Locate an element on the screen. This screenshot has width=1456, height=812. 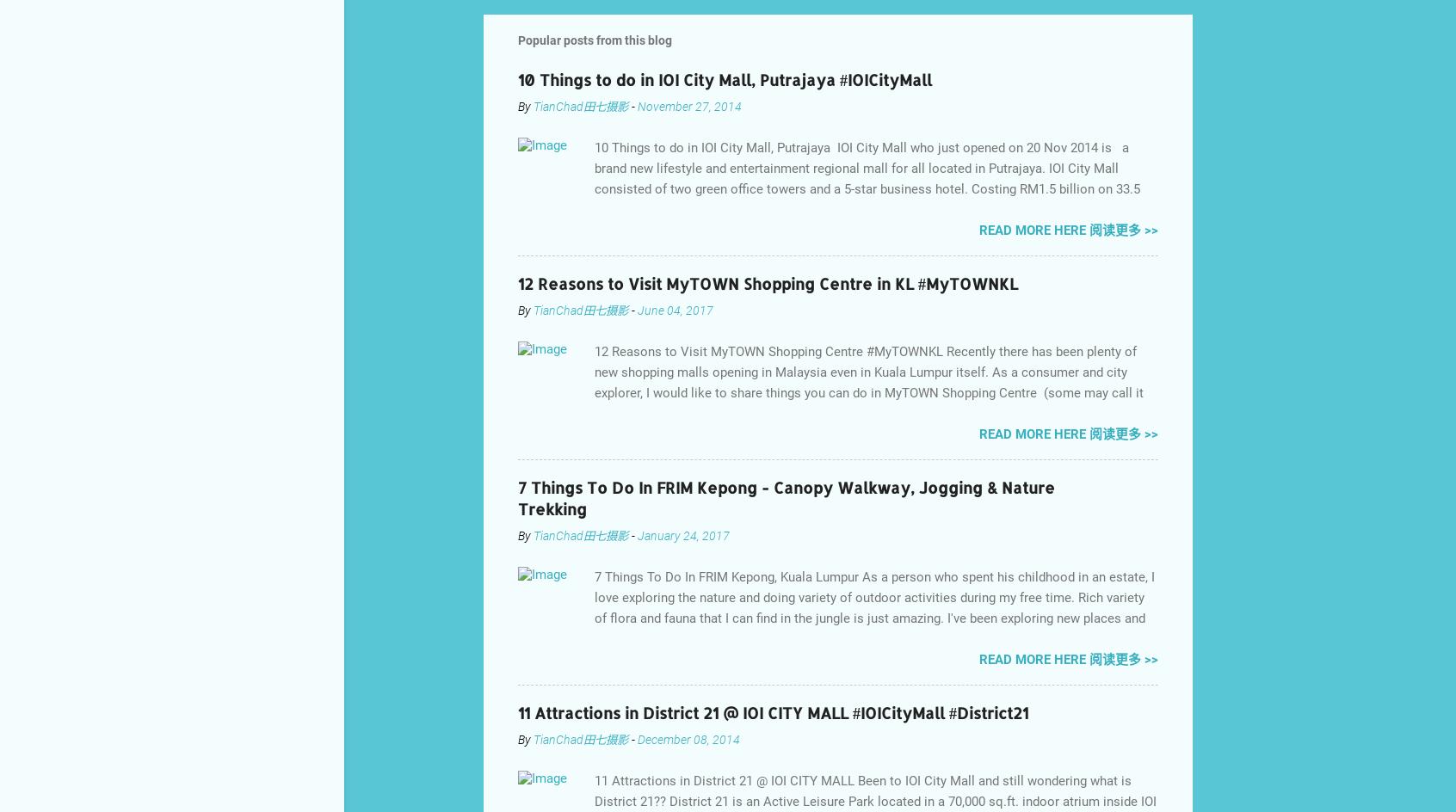
'10 Things to do in IOI City Mall, Putrajaya       IOI City Mall  who just opened on 20 Nov 2014 is   a brand new lifestyle and entertainment regional mall for all located in Putrajaya. IOI City Mall consisted of two green office towers and a 5-star business hotel. Costing RM1.5 billion on 33.5 acres of land, the built-up area is more than 8 million square feet supported by more than 7,200 car park bays over 3 basement levels.      IOI City Mall goto total FOUR levels with 350 specialty shops, anchor tenant includes of Golden Screen Cinemas, Parkson and HomePro. Other highlights of the mall is the Olympic size skating rink - Icescape Ice Rink  and indoor entertainment park called District 21 .  This new shopping mall in town will provides a complete shopping, leisure and dining experience at the South of Klang Valley. Now, let see what you can do in IOI City Mall. Shall we??' is located at coordinates (595, 240).